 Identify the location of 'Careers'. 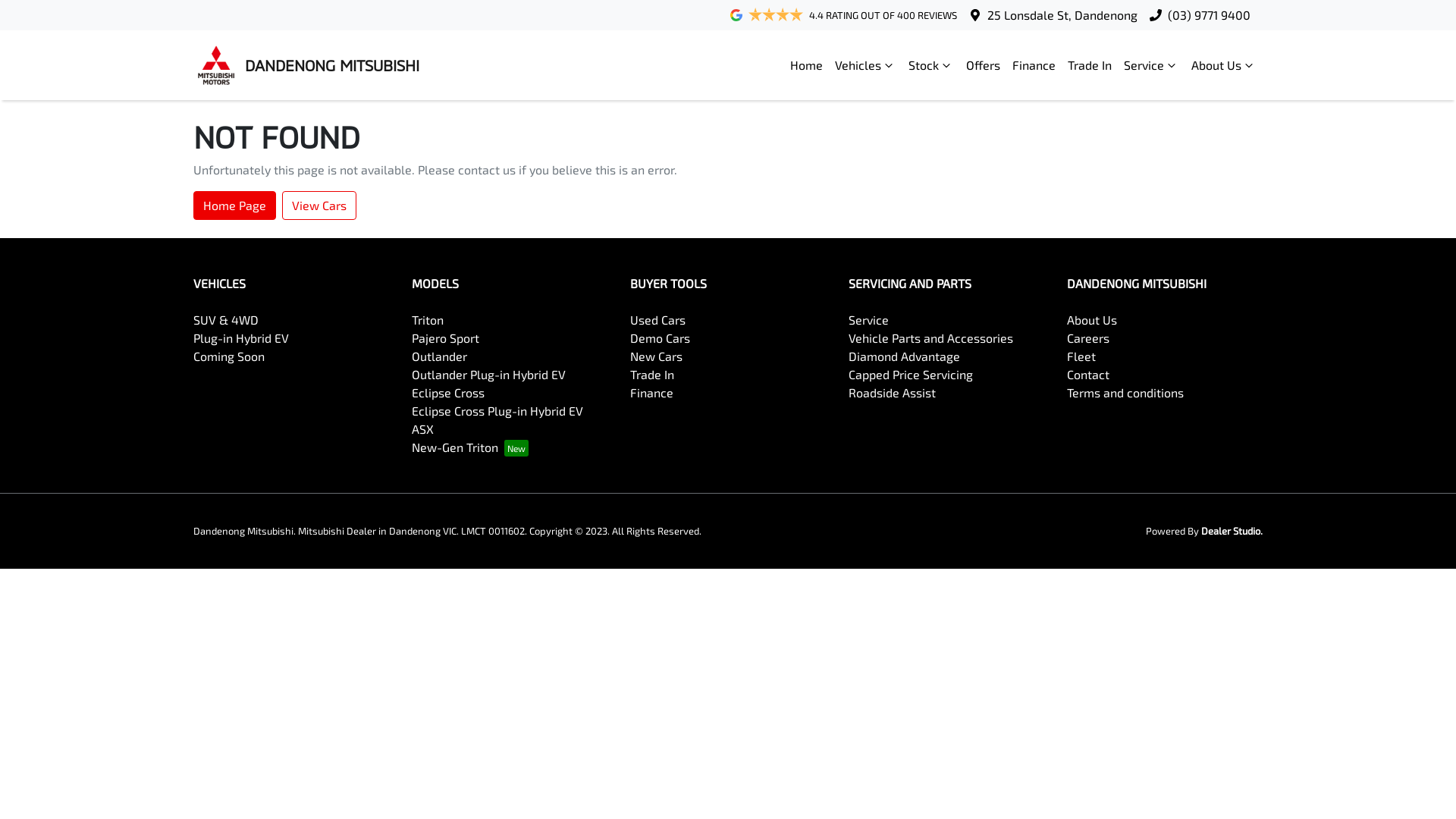
(1087, 337).